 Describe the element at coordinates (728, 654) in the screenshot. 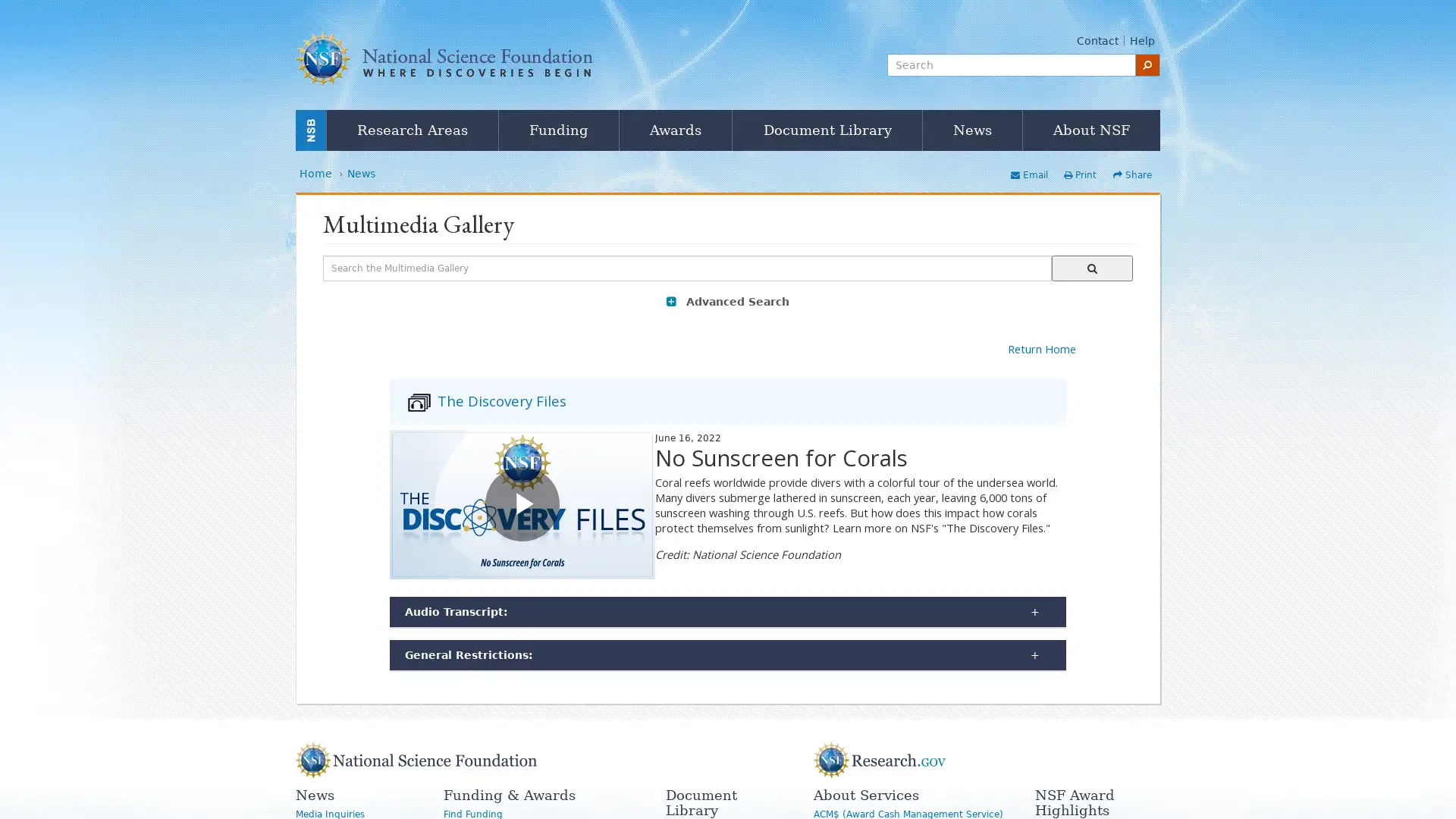

I see `General Restrictions: +` at that location.